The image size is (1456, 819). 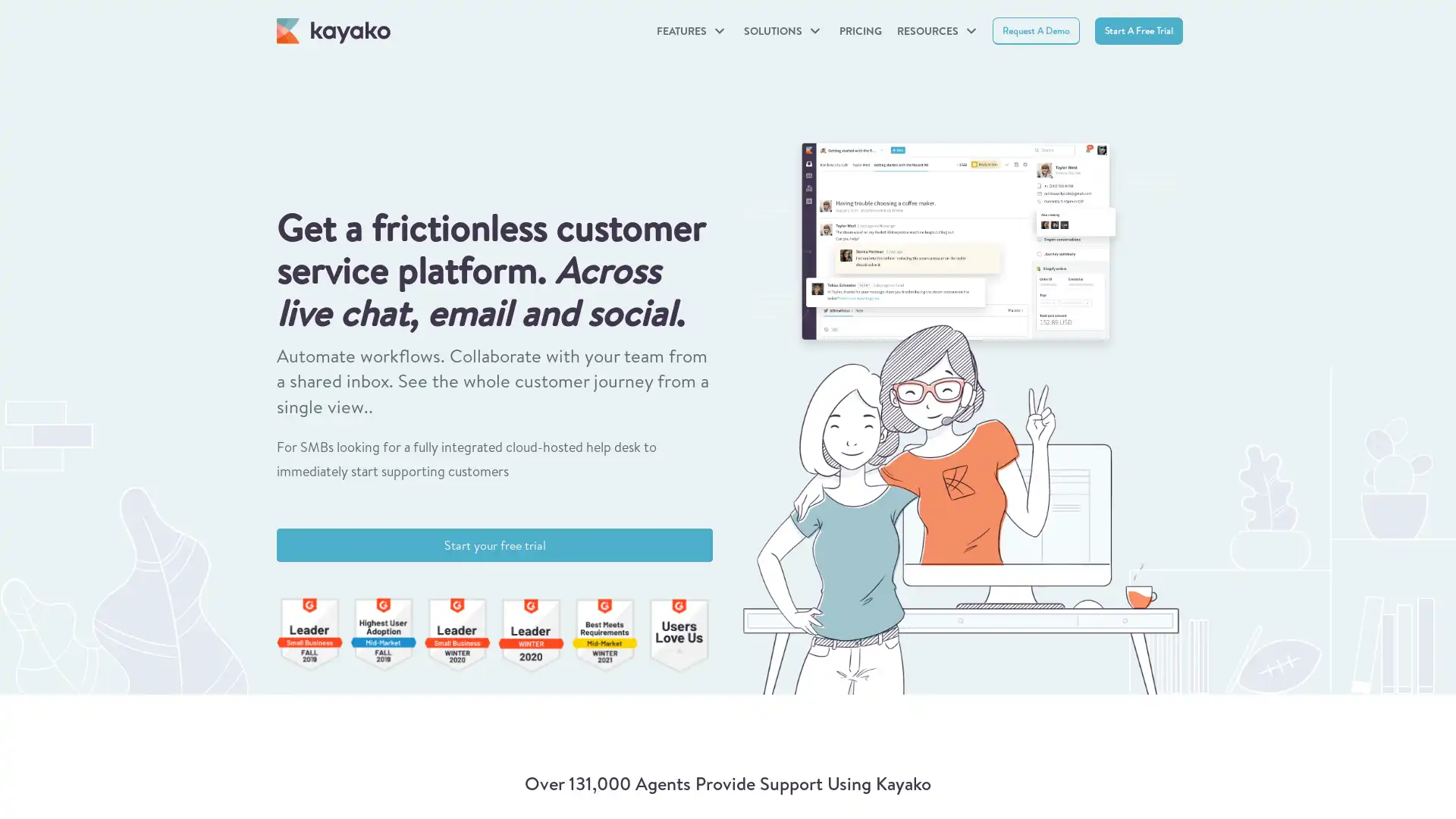 What do you see at coordinates (494, 544) in the screenshot?
I see `Start your free trial` at bounding box center [494, 544].